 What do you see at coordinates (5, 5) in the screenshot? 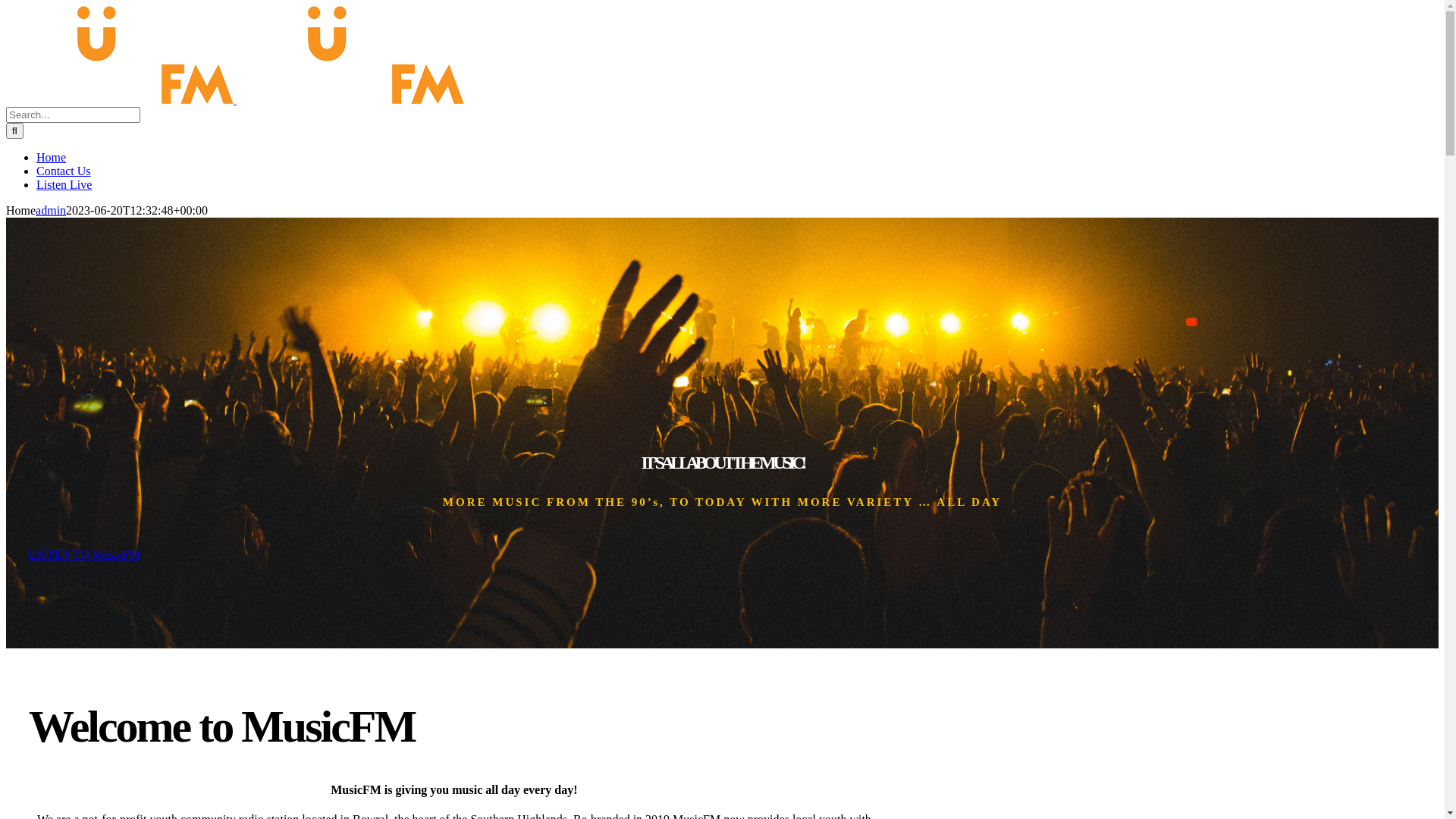
I see `'Skip to content'` at bounding box center [5, 5].